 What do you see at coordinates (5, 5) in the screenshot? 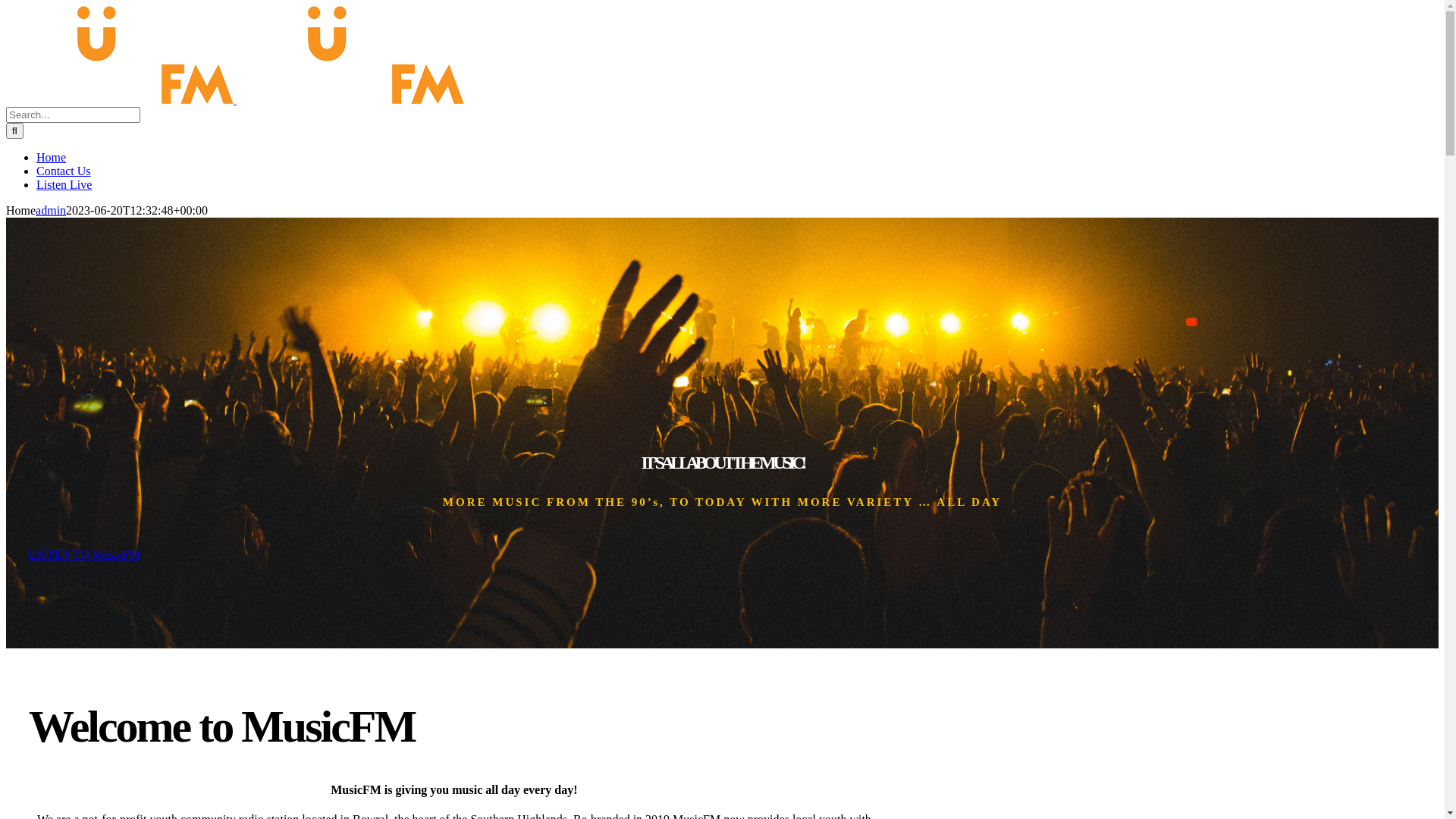
I see `'Skip to content'` at bounding box center [5, 5].